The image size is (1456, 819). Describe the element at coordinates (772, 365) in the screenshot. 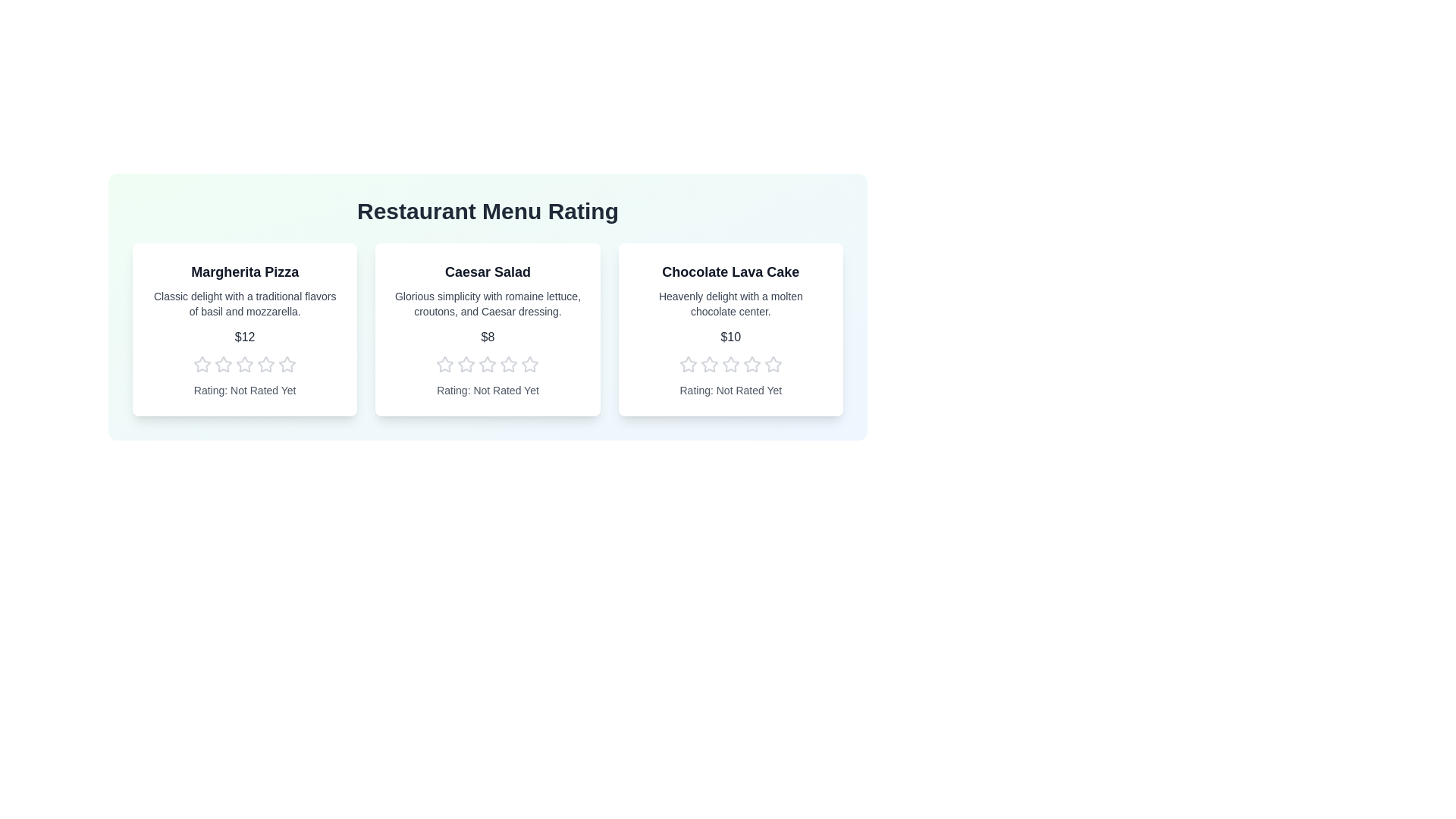

I see `the star corresponding to the desired rating 5 for the menu item Chocolate Lava Cake` at that location.